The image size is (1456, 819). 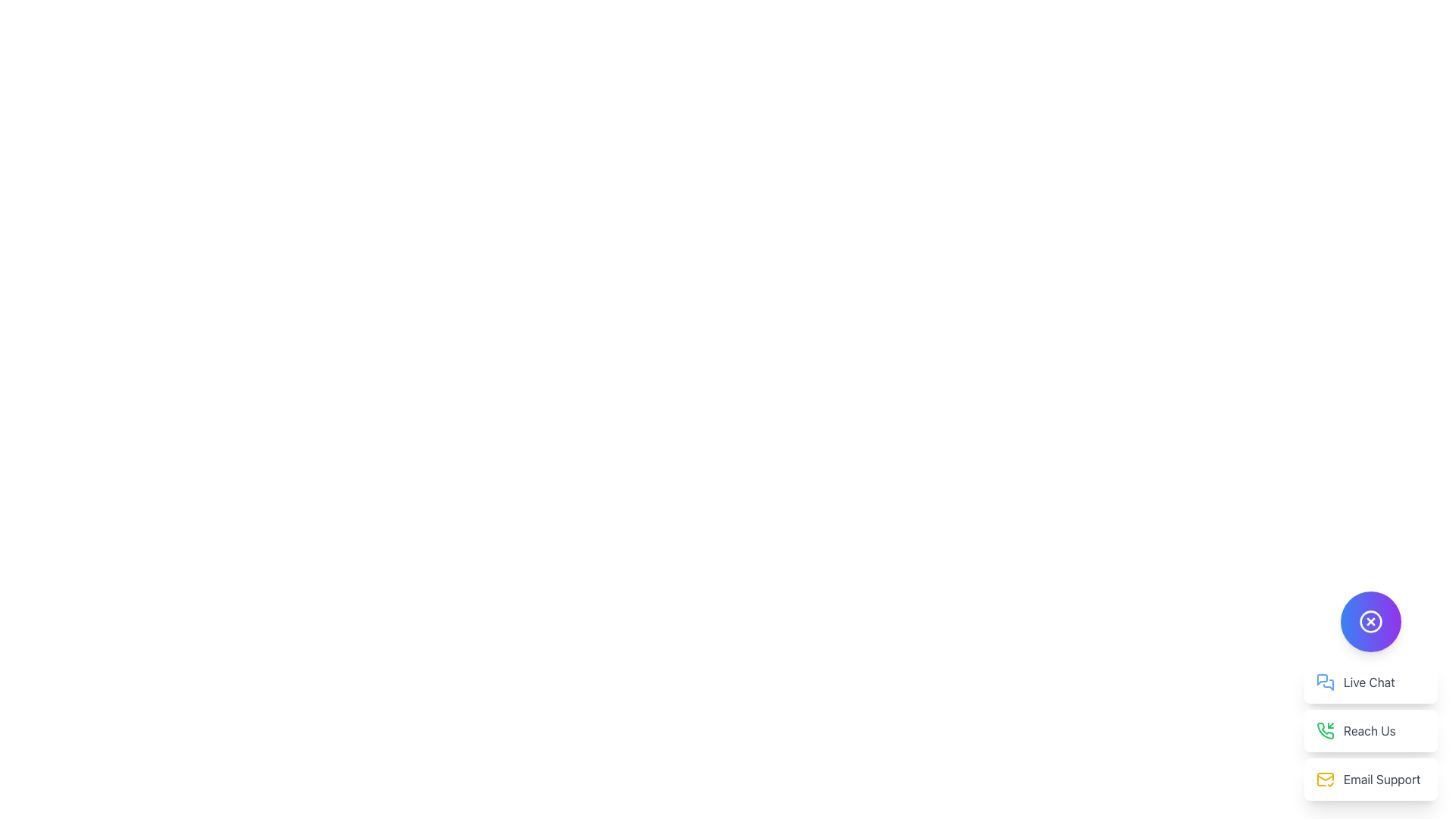 I want to click on the yellow mail envelope icon with a checkmark located on the 'Email Support' card, which is the third card in a vertical stack in the bottom-right corner of the interface, so click(x=1324, y=780).